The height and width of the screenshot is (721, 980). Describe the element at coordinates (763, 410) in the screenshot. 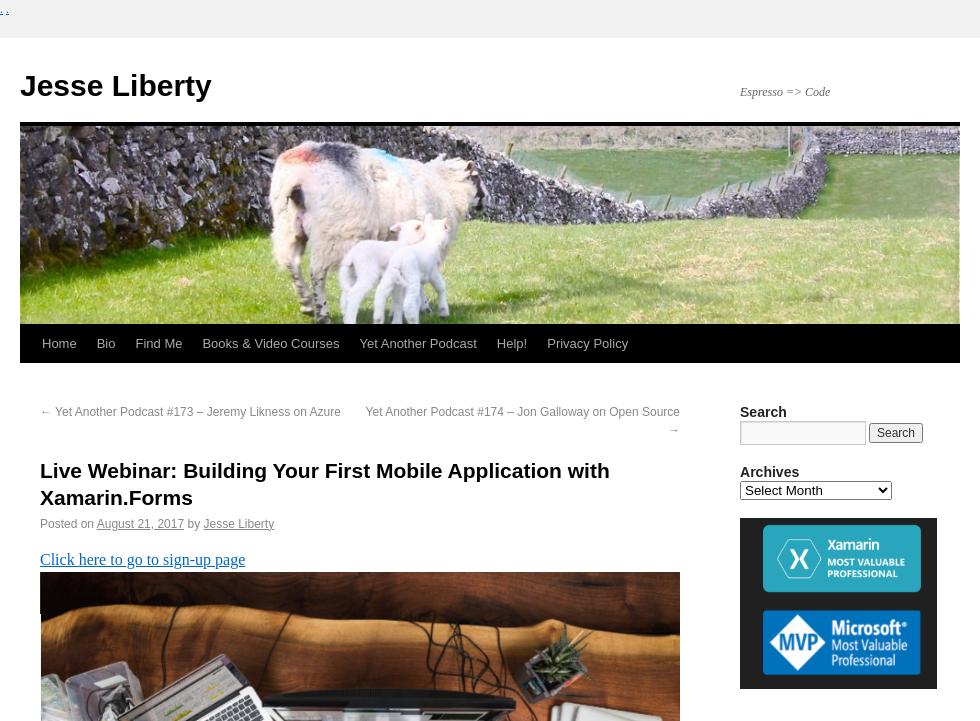

I see `'Search'` at that location.